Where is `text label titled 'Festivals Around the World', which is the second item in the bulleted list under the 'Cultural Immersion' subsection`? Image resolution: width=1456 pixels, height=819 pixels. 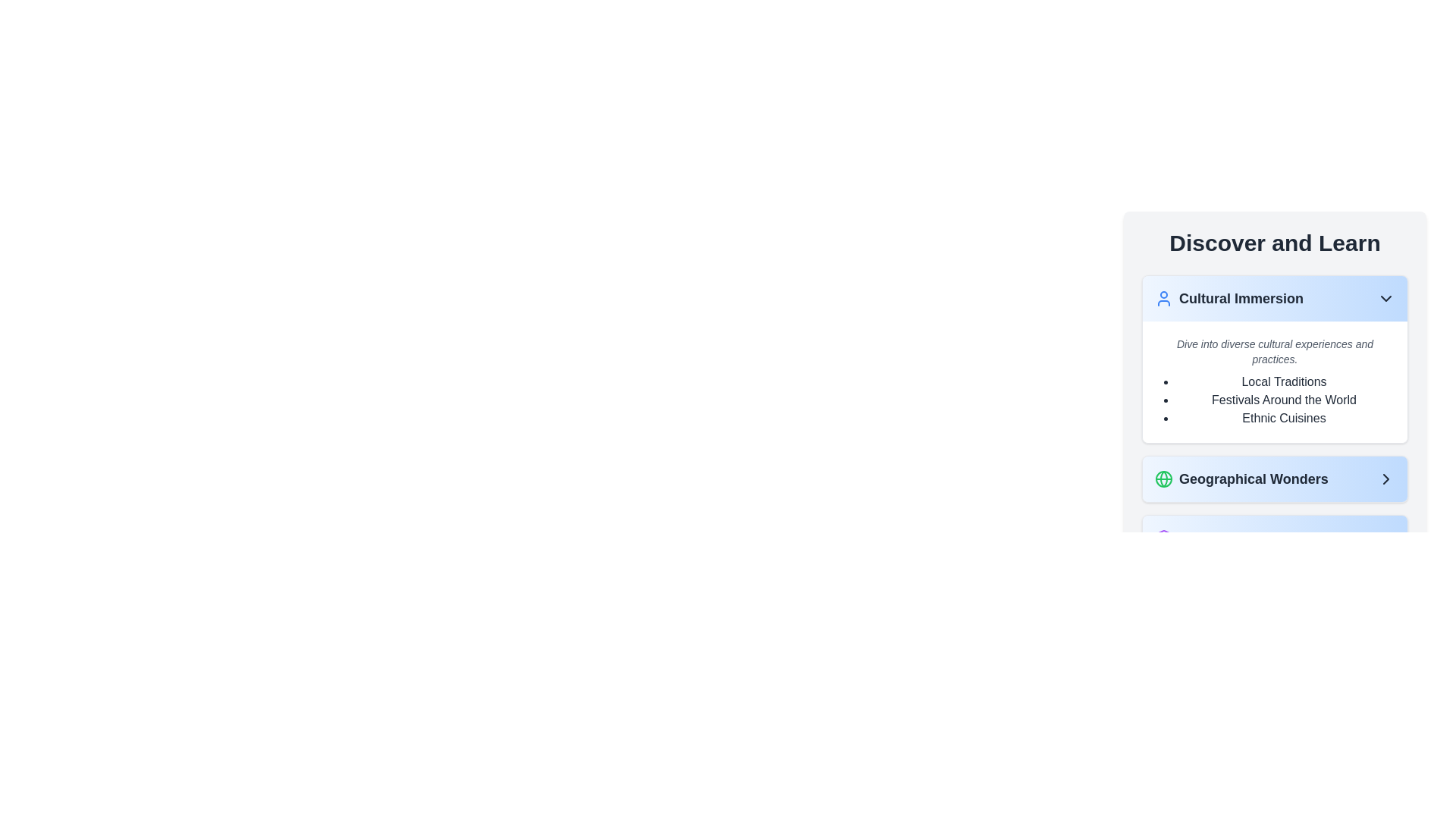
text label titled 'Festivals Around the World', which is the second item in the bulleted list under the 'Cultural Immersion' subsection is located at coordinates (1283, 400).